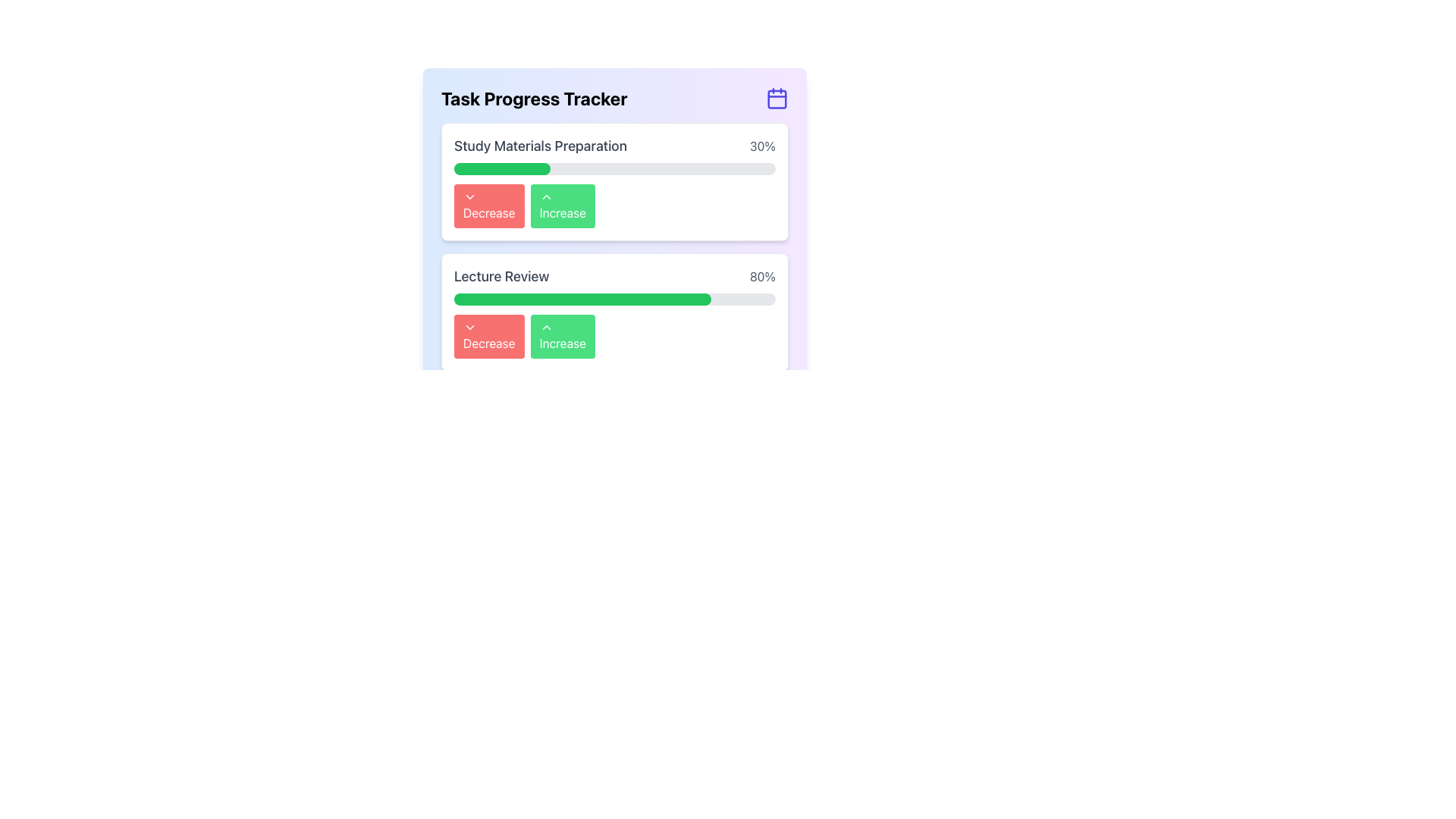 This screenshot has height=819, width=1456. I want to click on the Progress Indicator (Bar) that visually displays 80% completion of the 'Lecture Review' task, located inside the second progress bar labeled 'Lecture Review', so click(582, 299).